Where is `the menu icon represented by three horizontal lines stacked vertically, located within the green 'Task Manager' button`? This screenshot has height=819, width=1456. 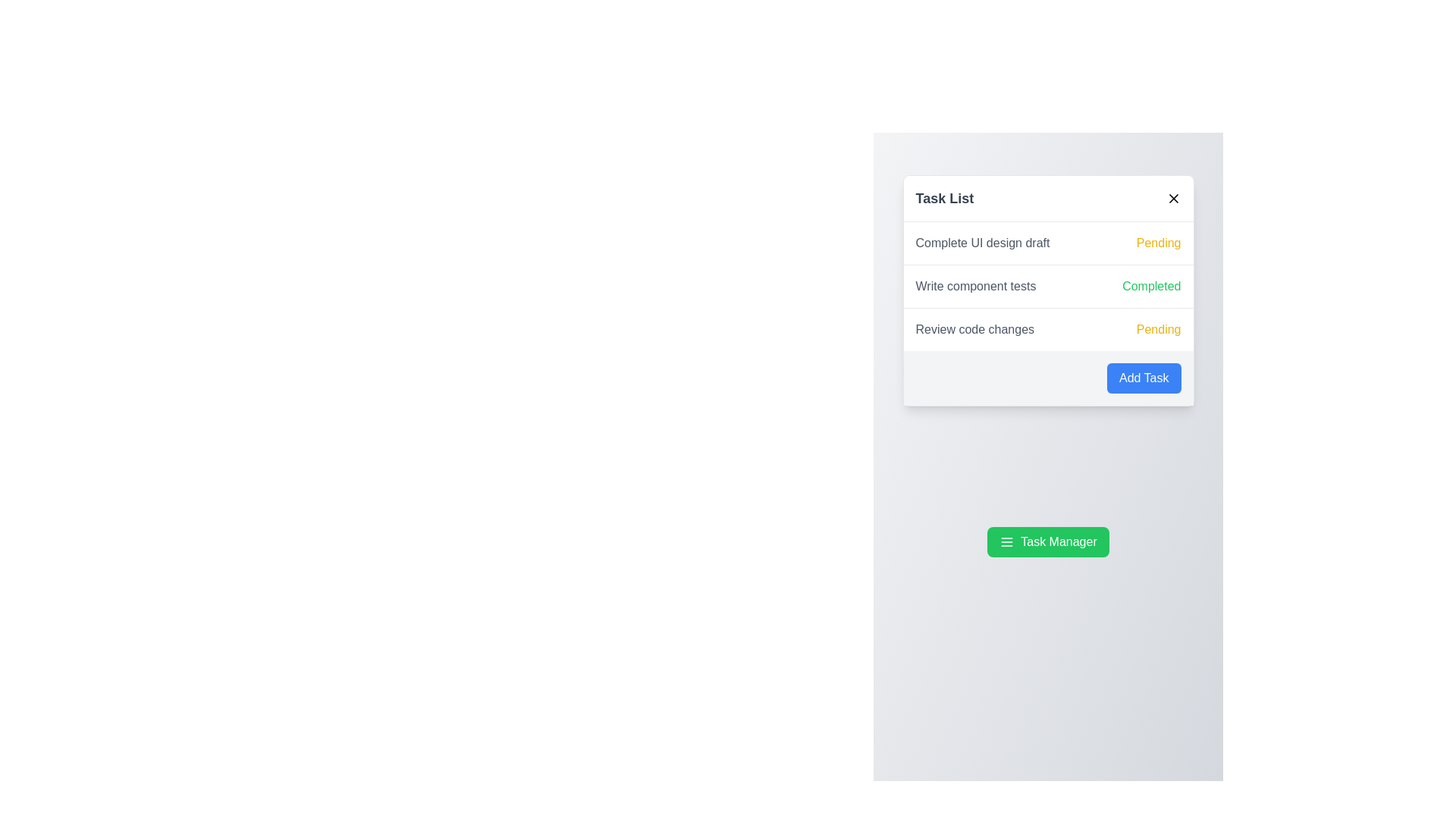
the menu icon represented by three horizontal lines stacked vertically, located within the green 'Task Manager' button is located at coordinates (1007, 541).